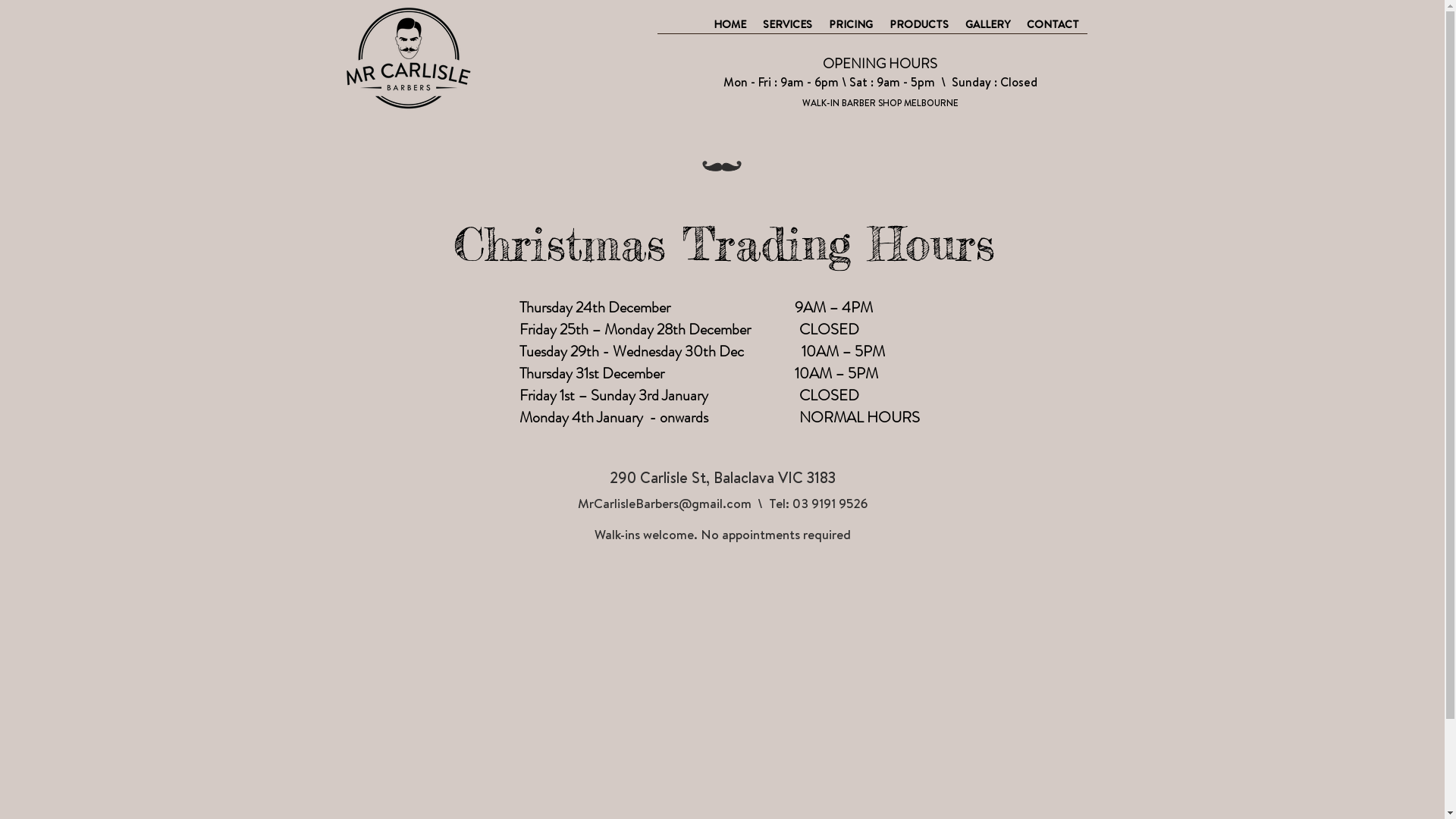 The image size is (1456, 819). Describe the element at coordinates (156, 168) in the screenshot. I see `'TWIPLA (Visitor Analytics)'` at that location.